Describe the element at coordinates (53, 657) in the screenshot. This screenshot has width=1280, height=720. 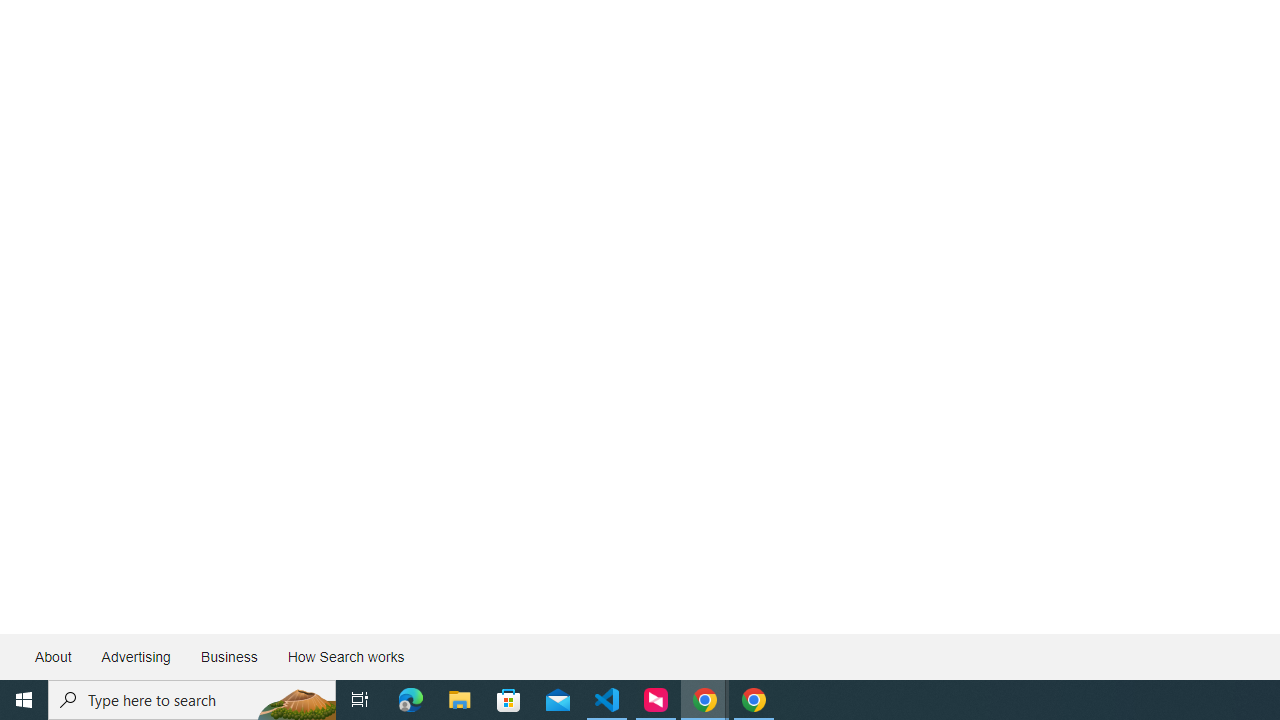
I see `'About'` at that location.